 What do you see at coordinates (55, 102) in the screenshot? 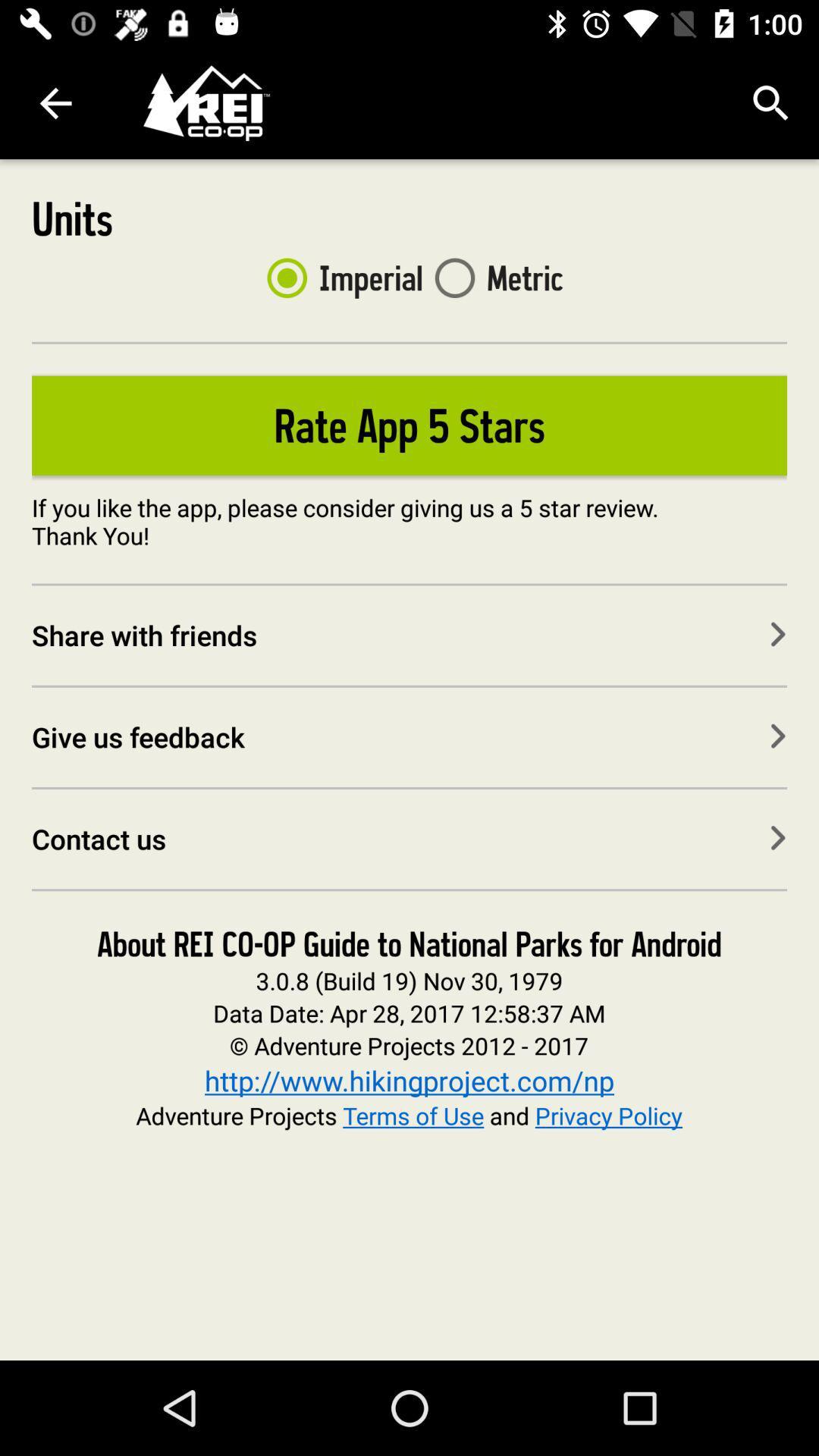
I see `the icon above units` at bounding box center [55, 102].